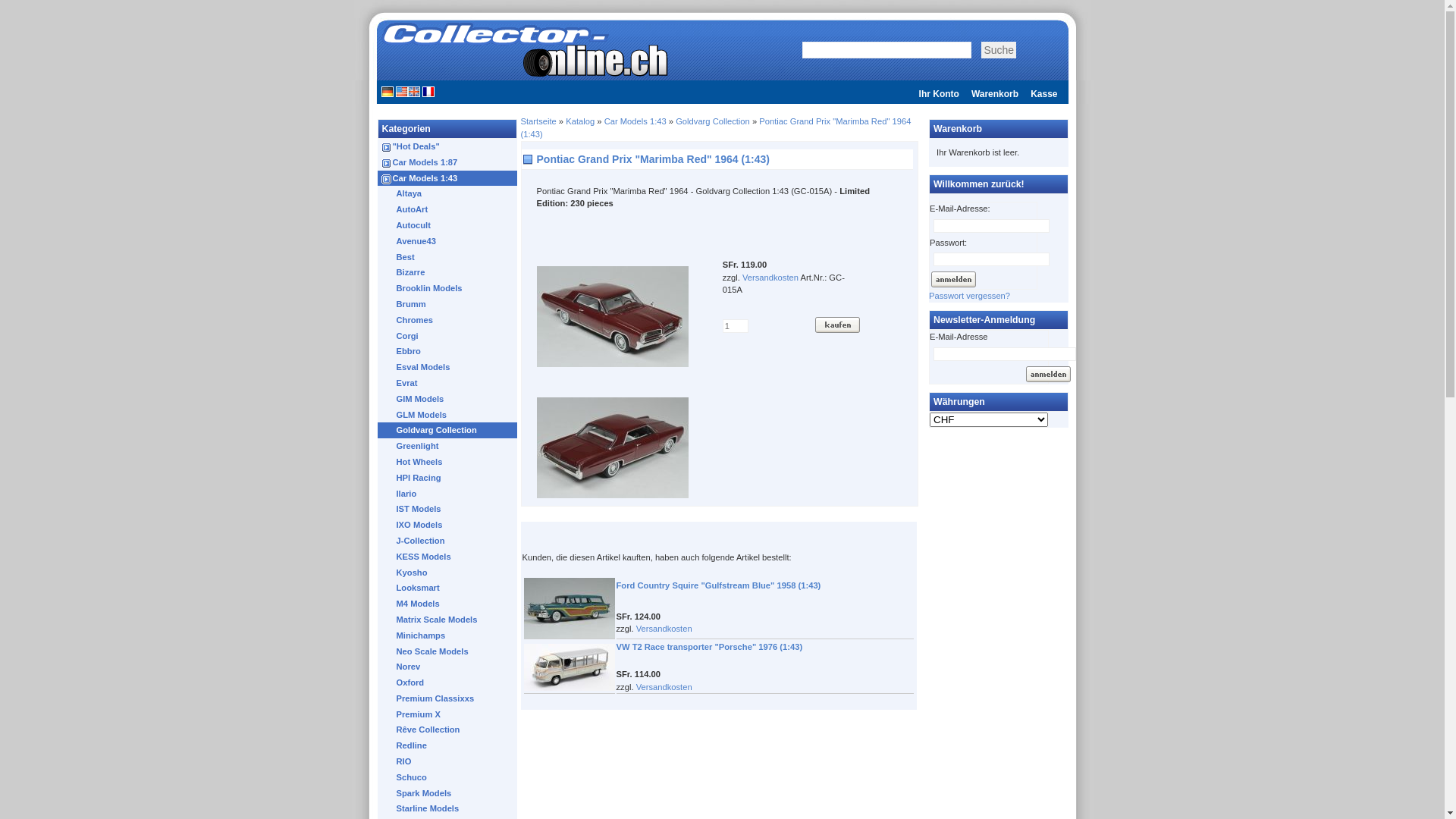  Describe the element at coordinates (449, 792) in the screenshot. I see `'Spark Models'` at that location.